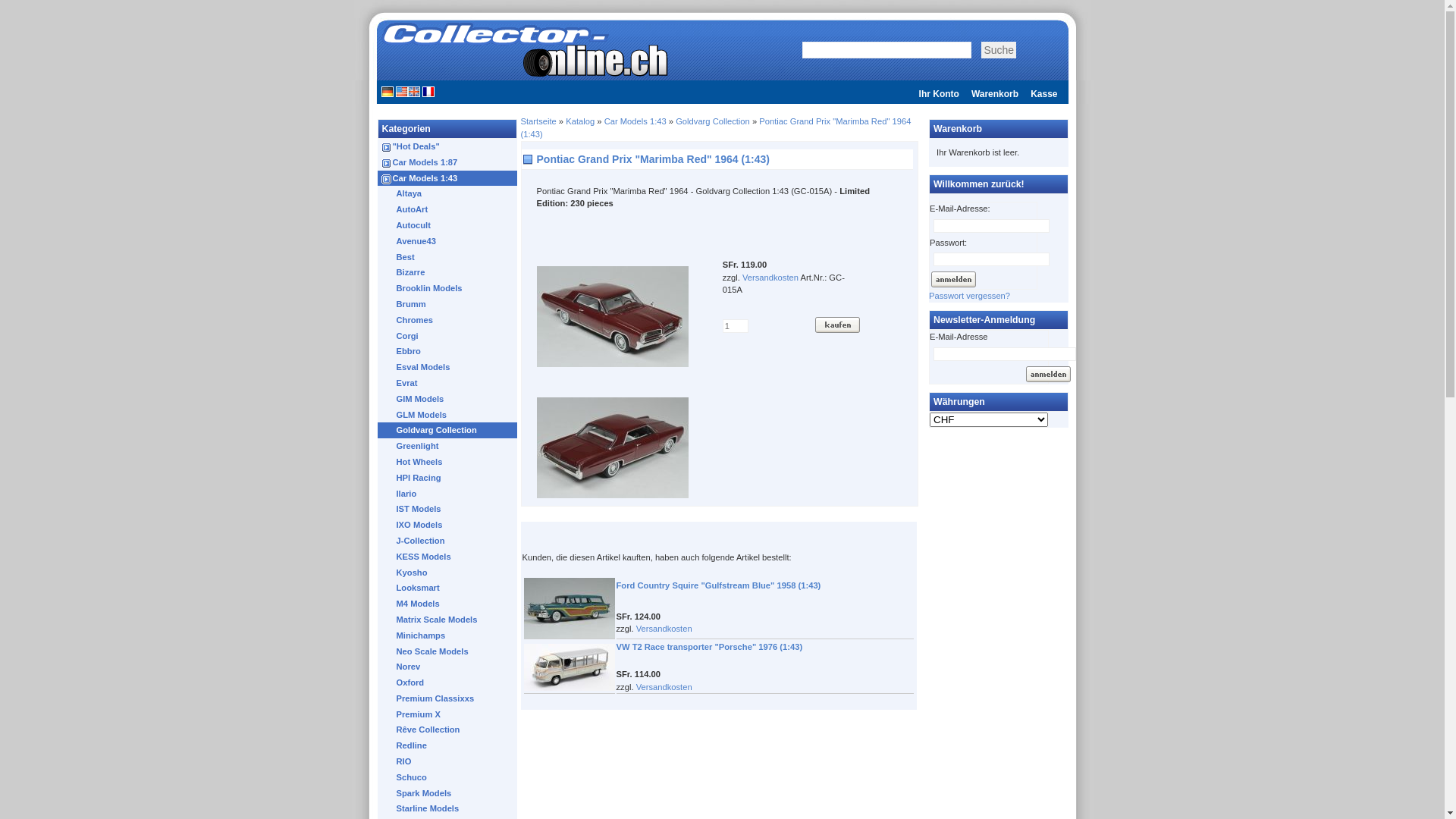  Describe the element at coordinates (449, 792) in the screenshot. I see `'Spark Models'` at that location.